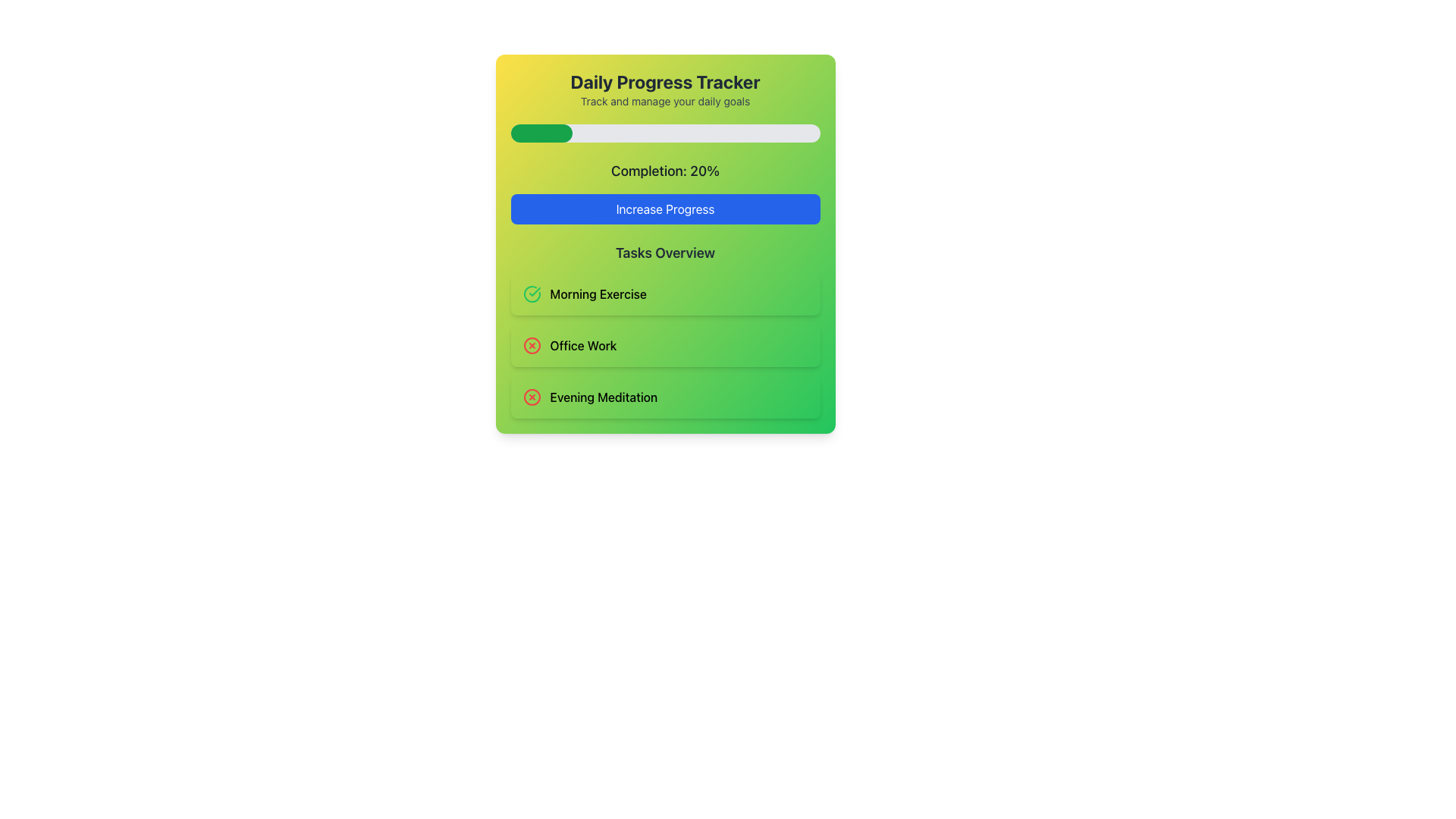  I want to click on the button that increases the user's progress percentage, located centrally below the 'Completion: 20%' text and the progress bar, to observe a style change, so click(665, 209).